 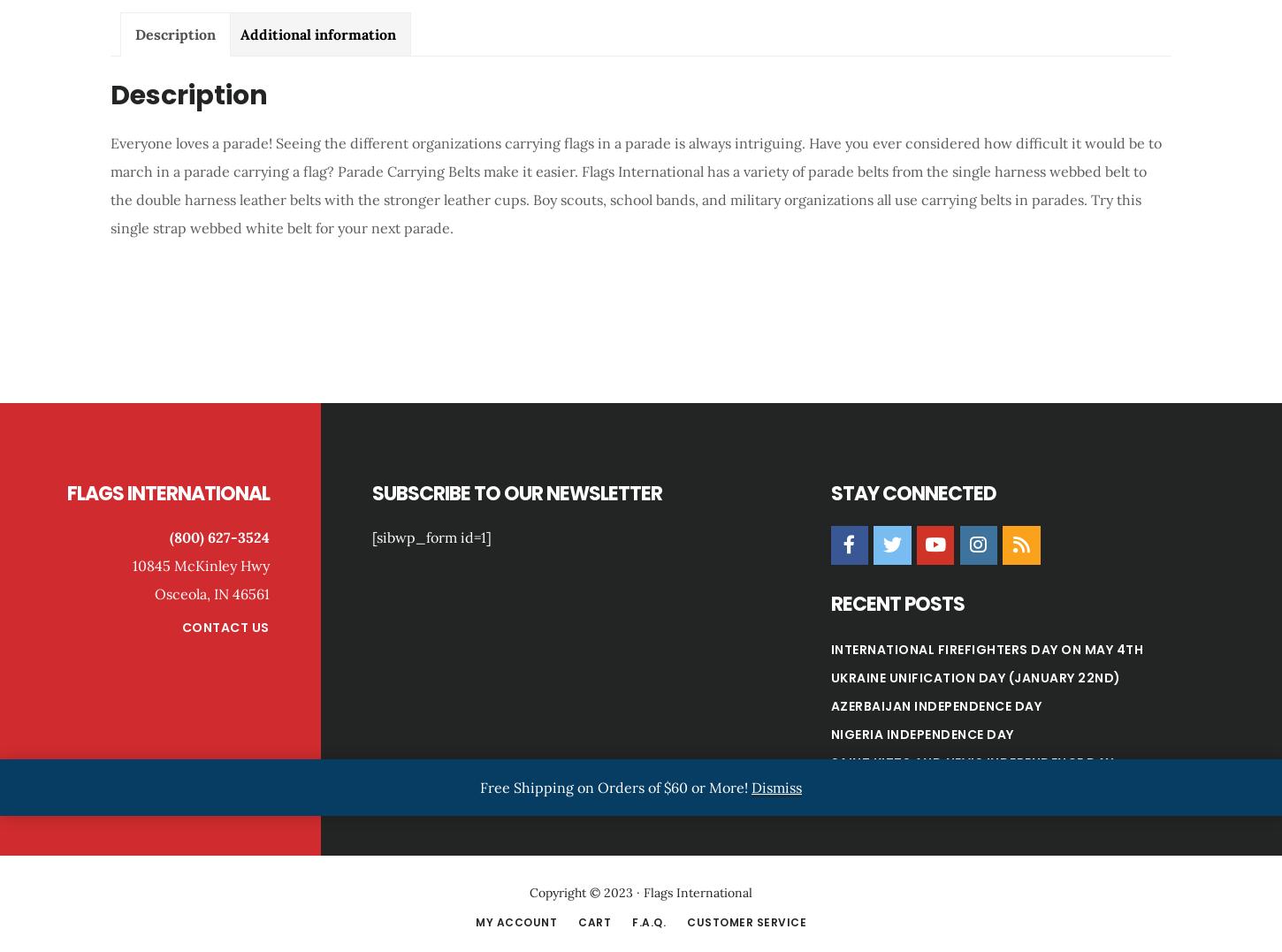 What do you see at coordinates (746, 921) in the screenshot?
I see `'Customer Service'` at bounding box center [746, 921].